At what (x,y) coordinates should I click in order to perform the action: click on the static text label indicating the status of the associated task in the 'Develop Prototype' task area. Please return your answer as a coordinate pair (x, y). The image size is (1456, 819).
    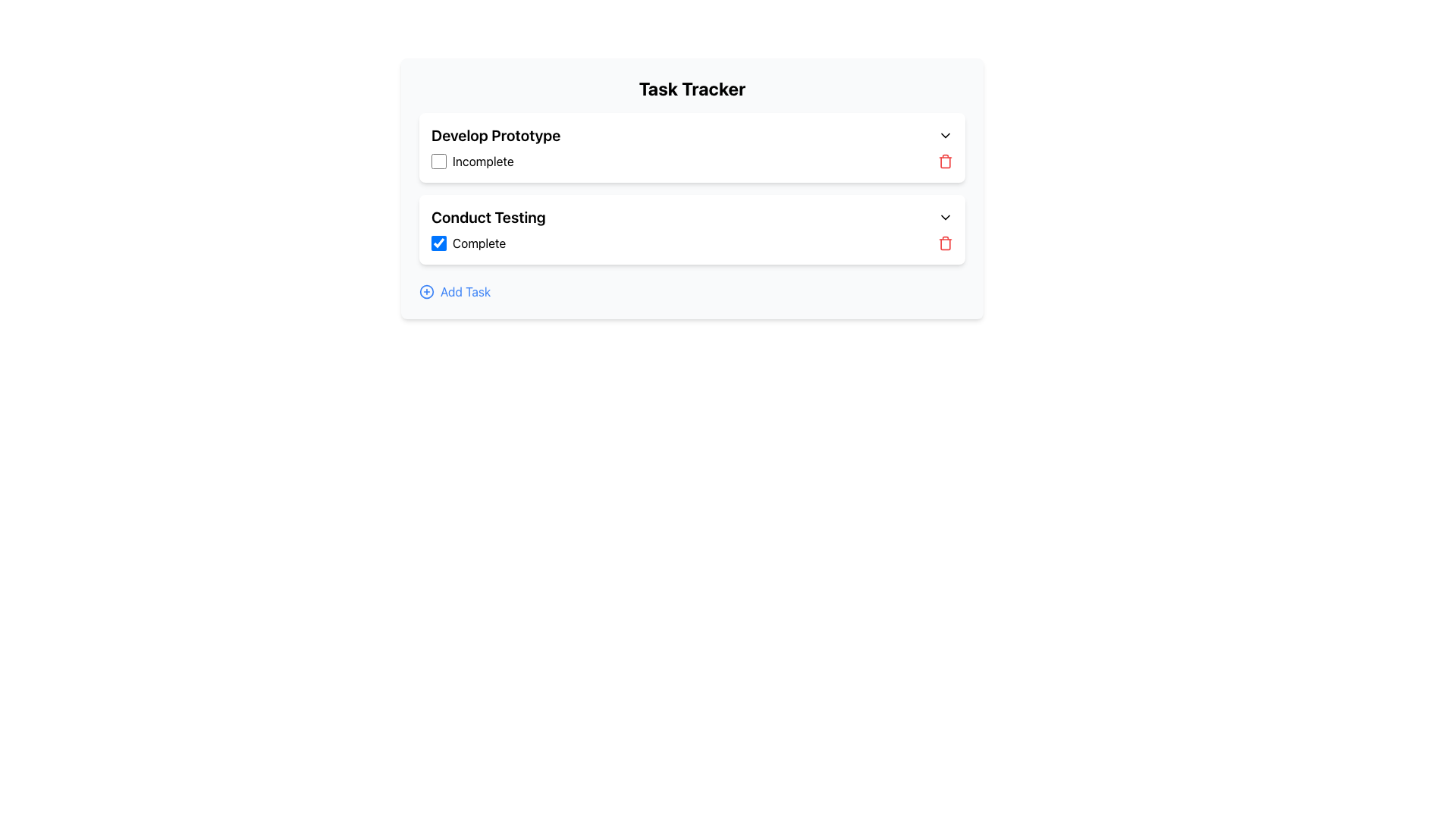
    Looking at the image, I should click on (482, 161).